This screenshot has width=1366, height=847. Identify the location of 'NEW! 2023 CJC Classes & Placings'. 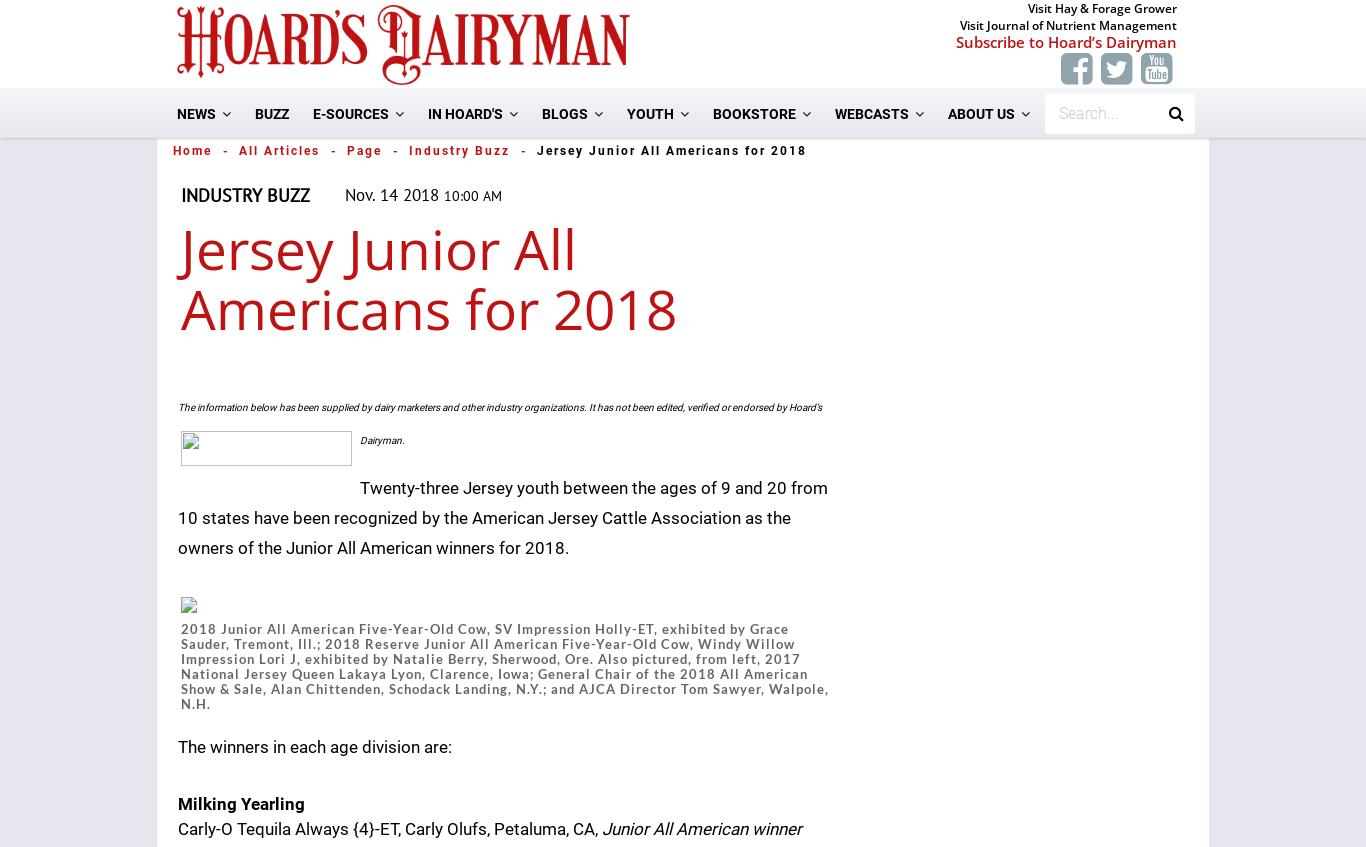
(774, 256).